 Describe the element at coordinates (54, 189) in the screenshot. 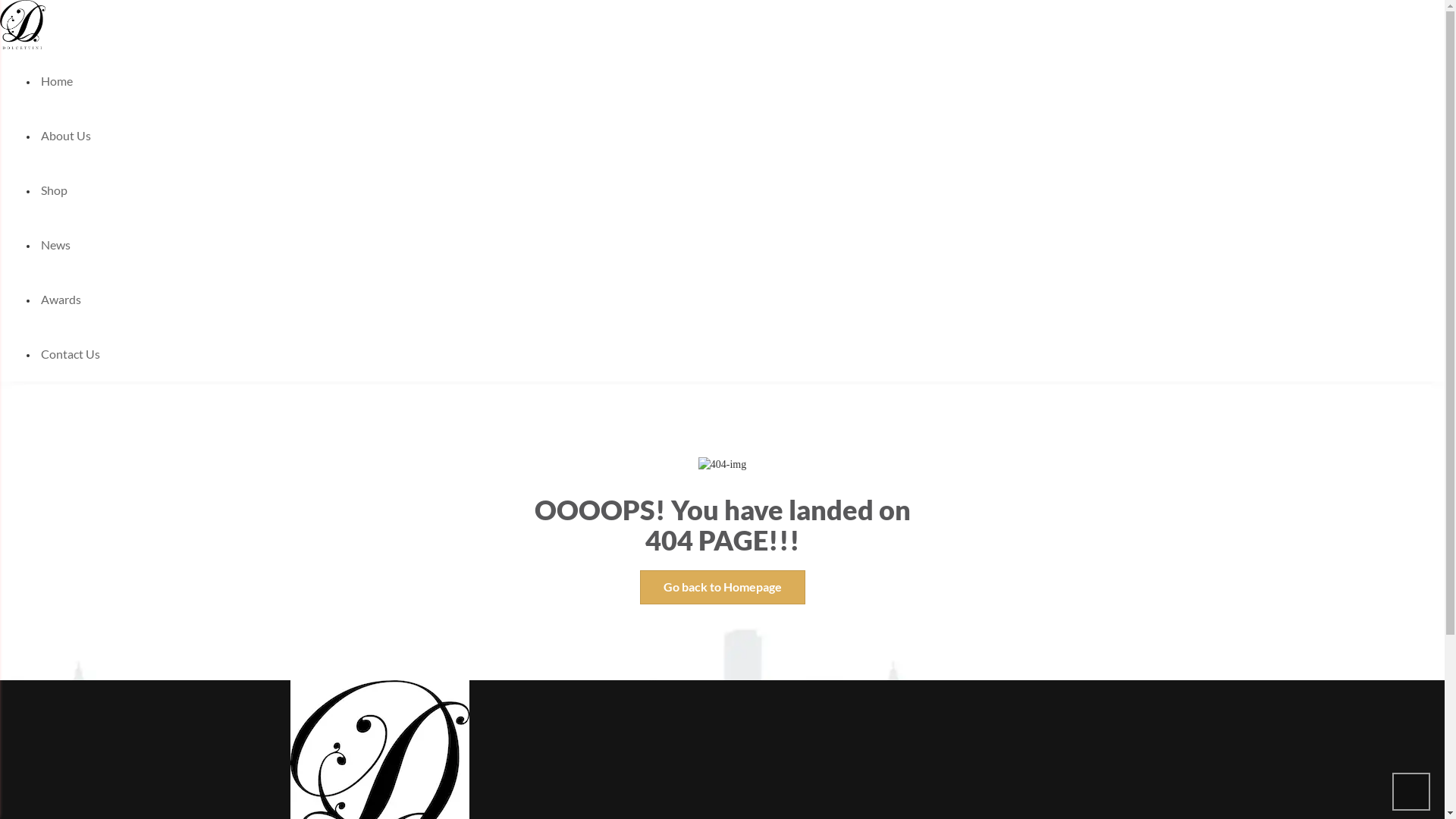

I see `'Shop'` at that location.